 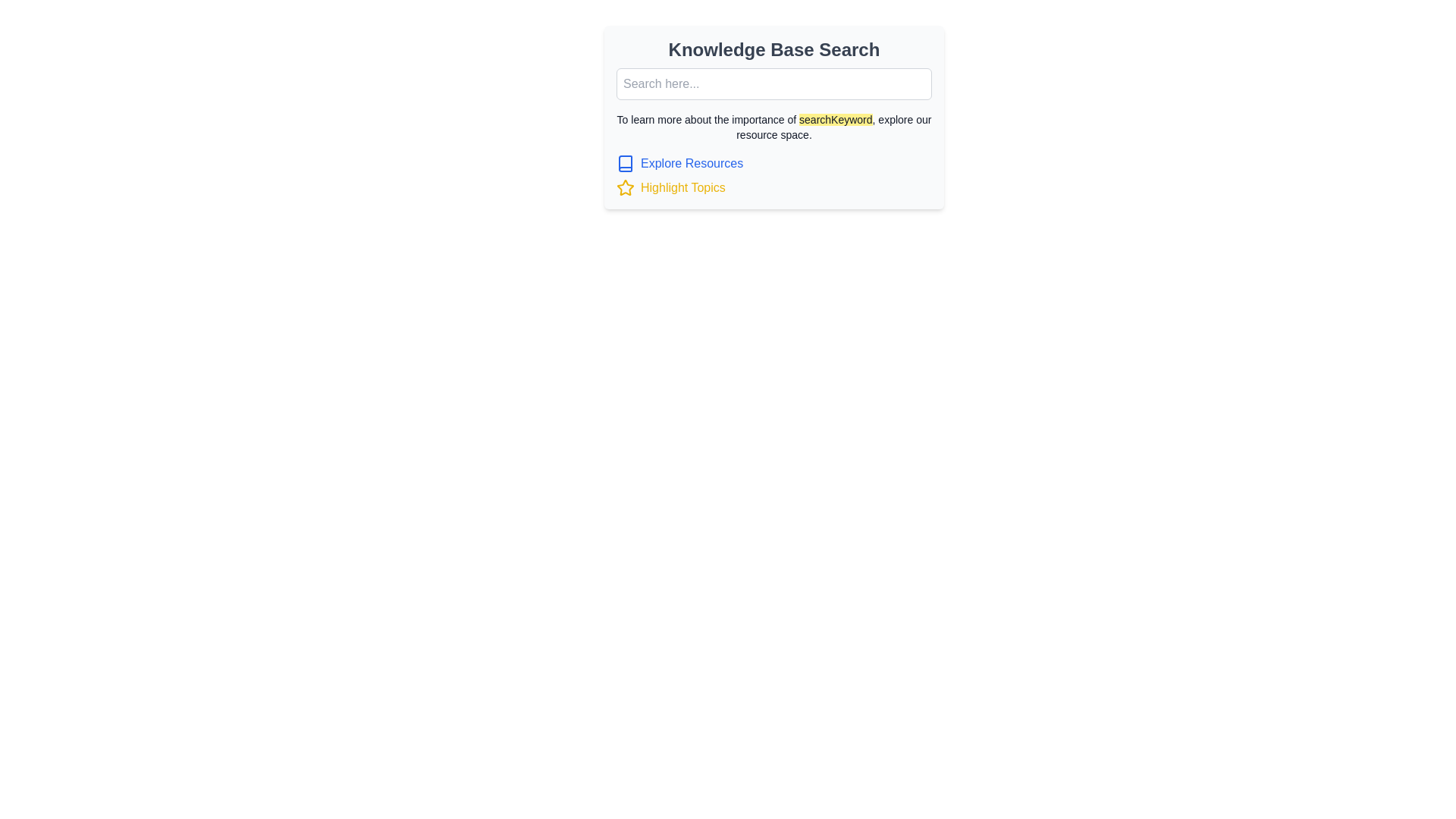 I want to click on the yellow star-shaped icon located to the left of the text 'Highlight Topics', which is styled with bright yellow color and has round-tipped strokes, so click(x=626, y=187).